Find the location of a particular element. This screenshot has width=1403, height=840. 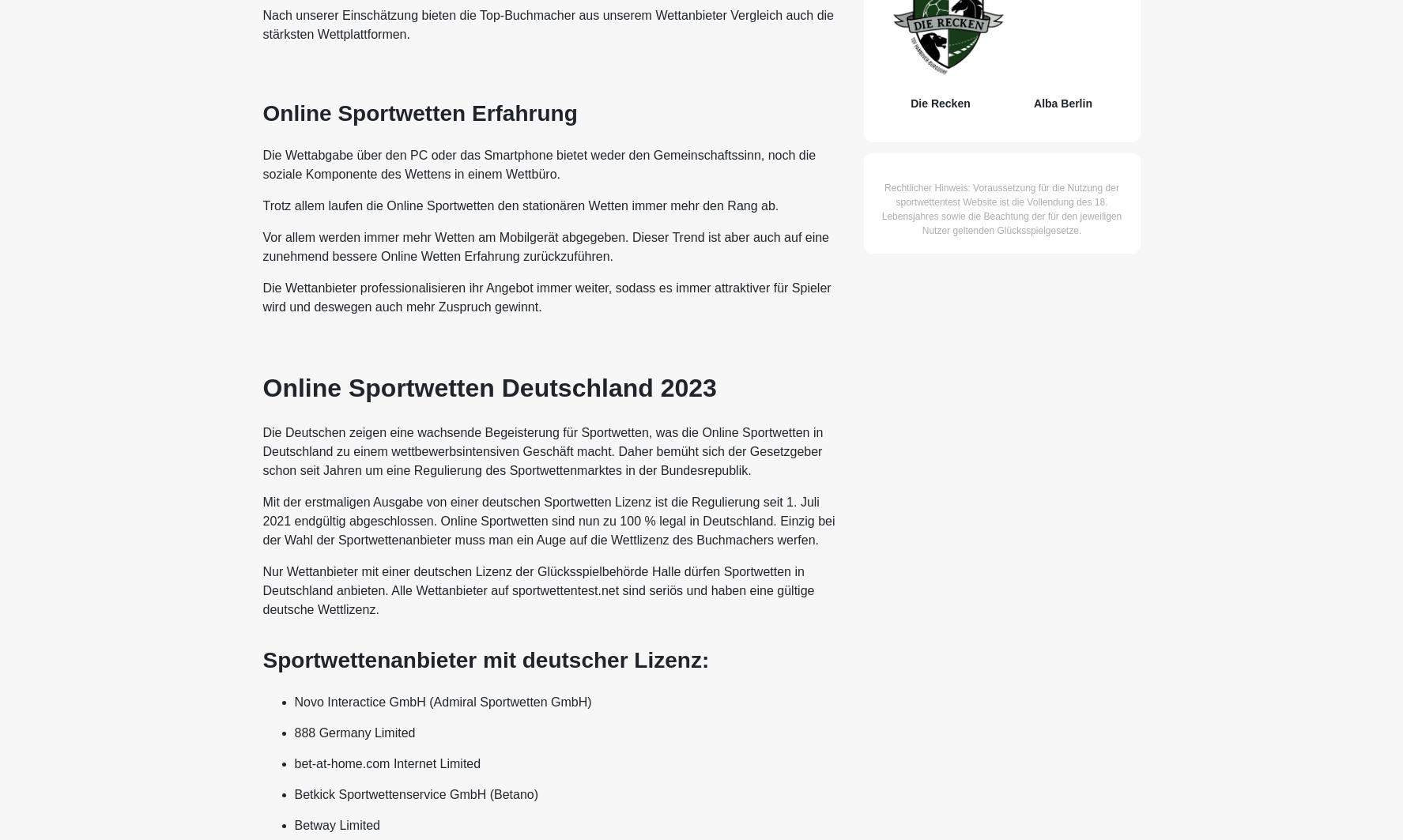

'Die Deutschen zeigen eine wachsende Begeisterung für Sportwetten, was die Online Sportwetten in Deutschland zu einem wettbewerbsintensiven Geschäft macht. Daher bemüht sich der Gesetzgeber schon seit Jahren um eine Regulierung des Sportwettenmarktes in der Bundesrepublik.' is located at coordinates (541, 450).